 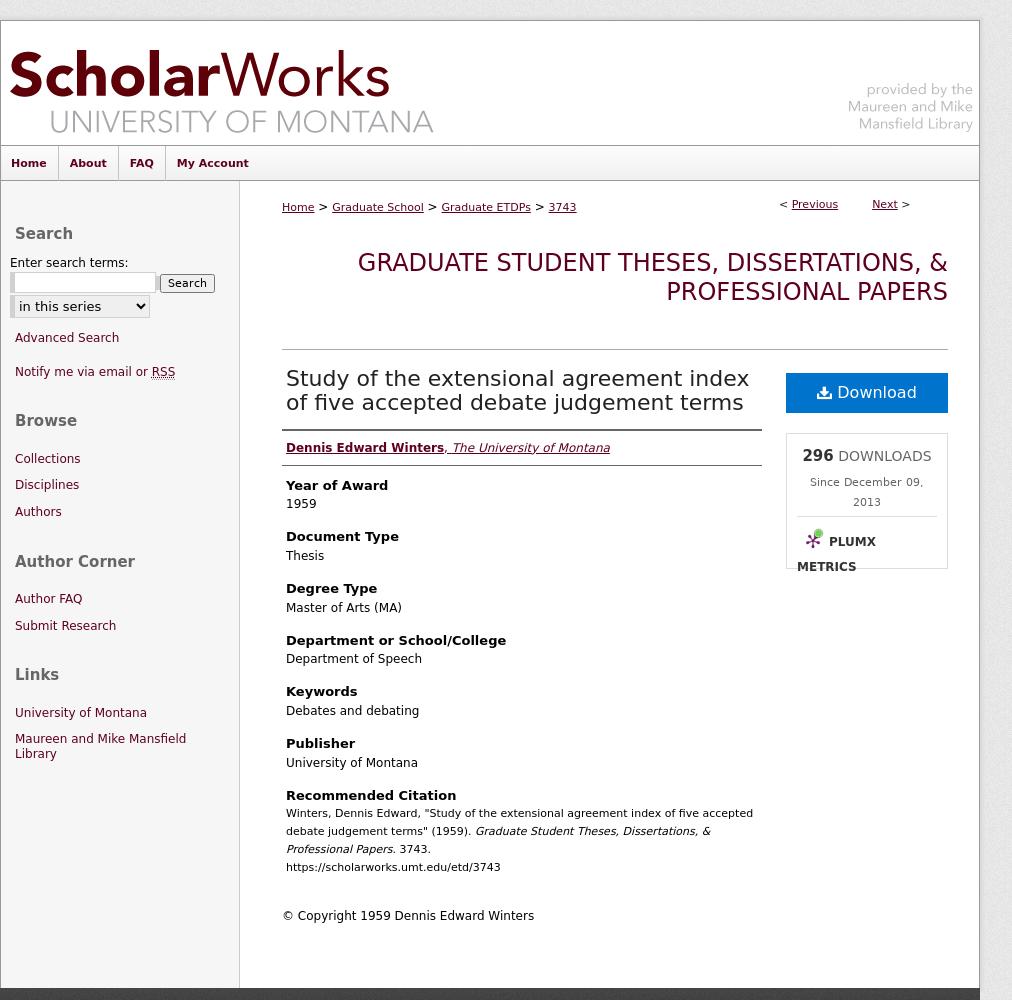 I want to click on 'Links', so click(x=36, y=675).